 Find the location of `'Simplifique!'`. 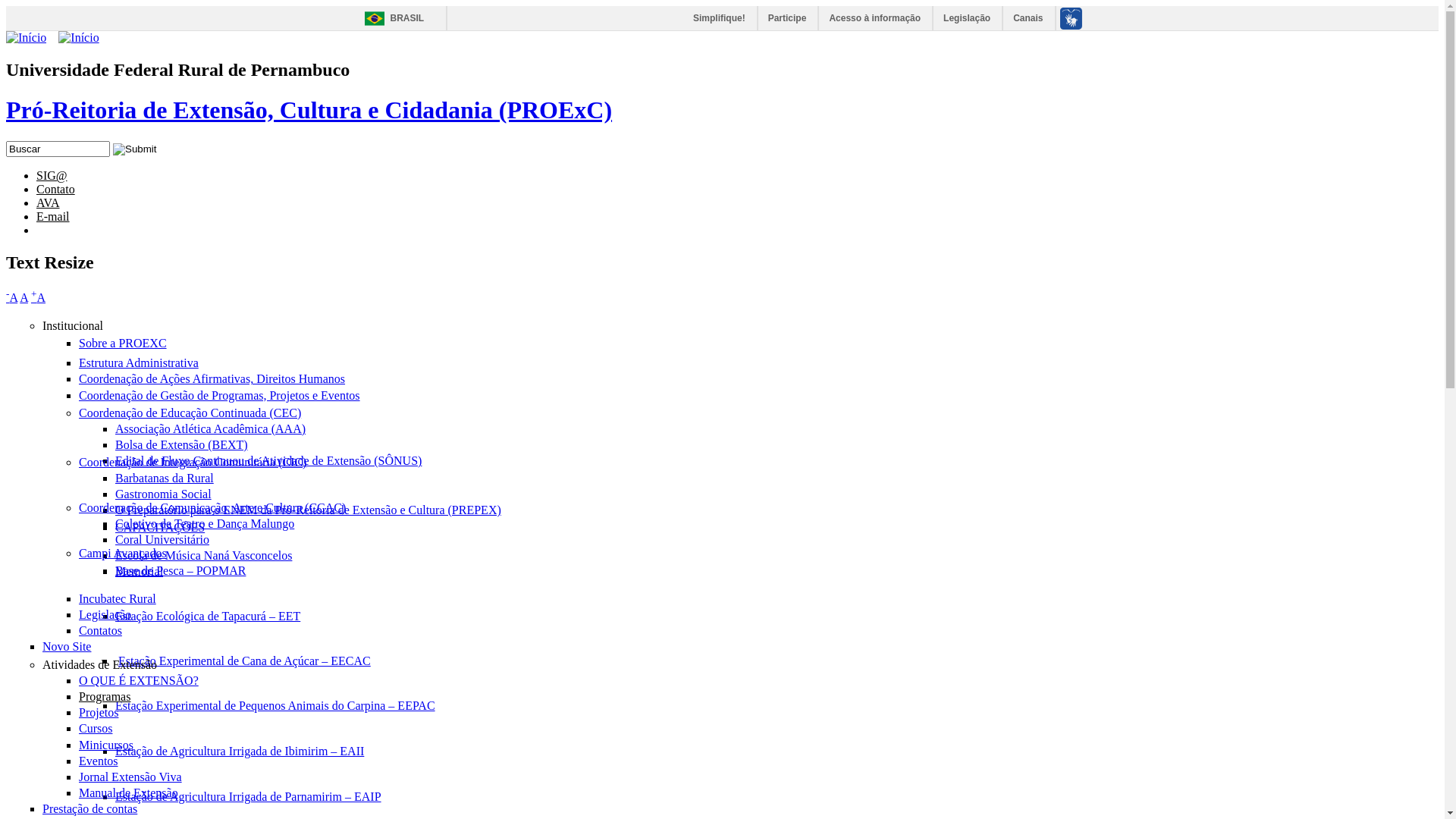

'Simplifique!' is located at coordinates (682, 17).